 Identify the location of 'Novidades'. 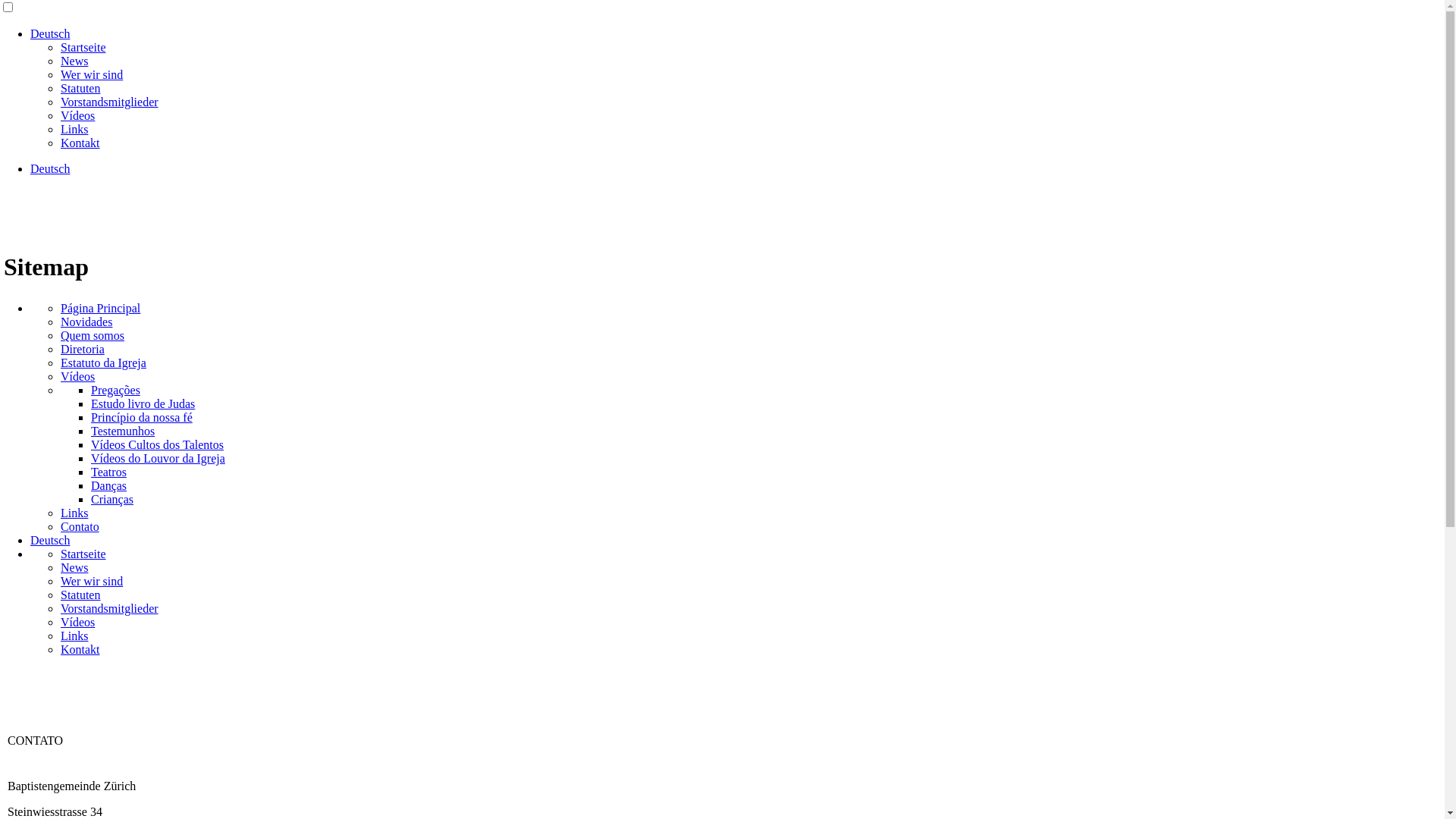
(86, 321).